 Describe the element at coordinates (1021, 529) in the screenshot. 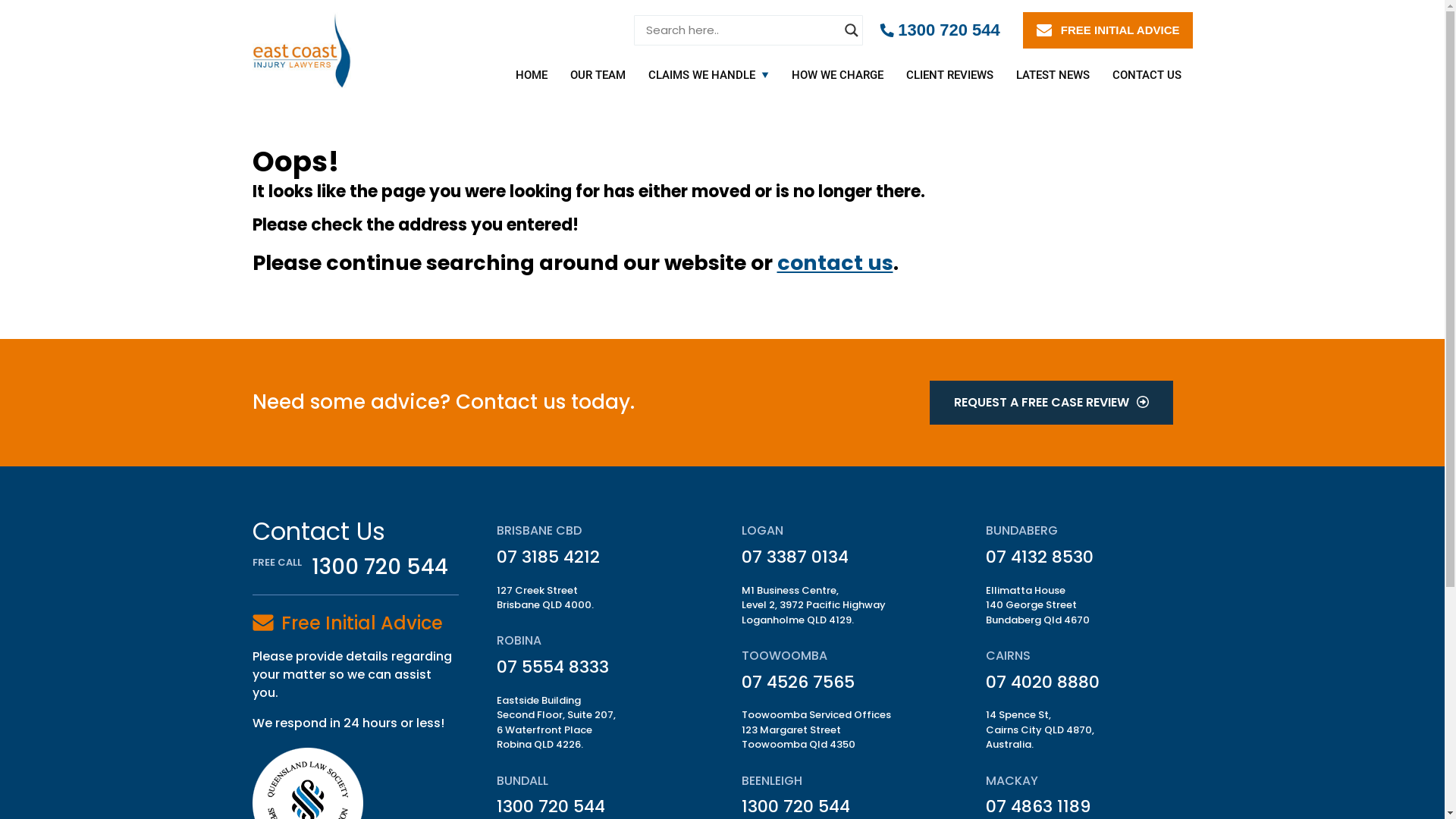

I see `'BUNDABERG'` at that location.